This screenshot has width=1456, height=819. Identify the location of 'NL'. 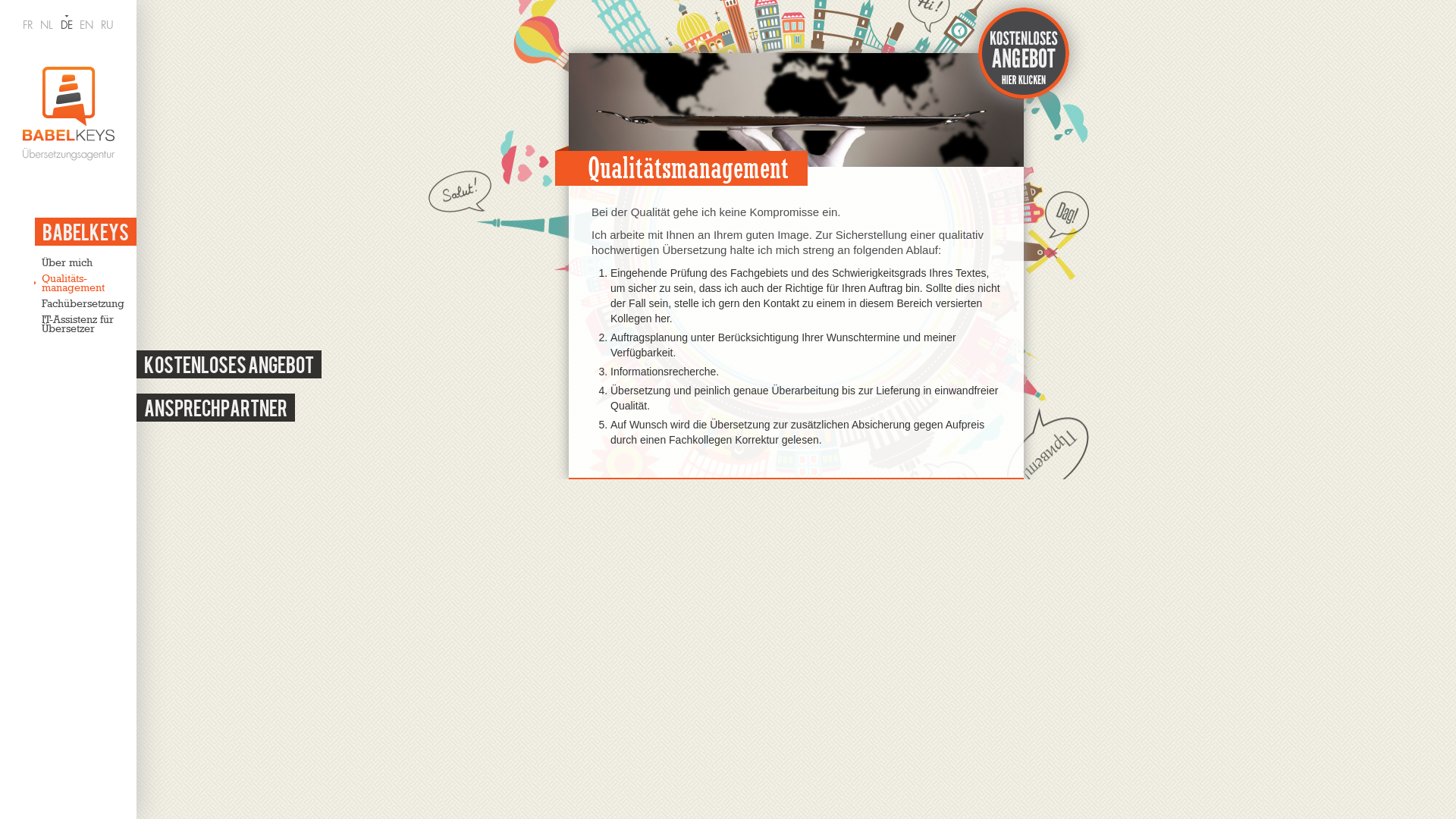
(39, 25).